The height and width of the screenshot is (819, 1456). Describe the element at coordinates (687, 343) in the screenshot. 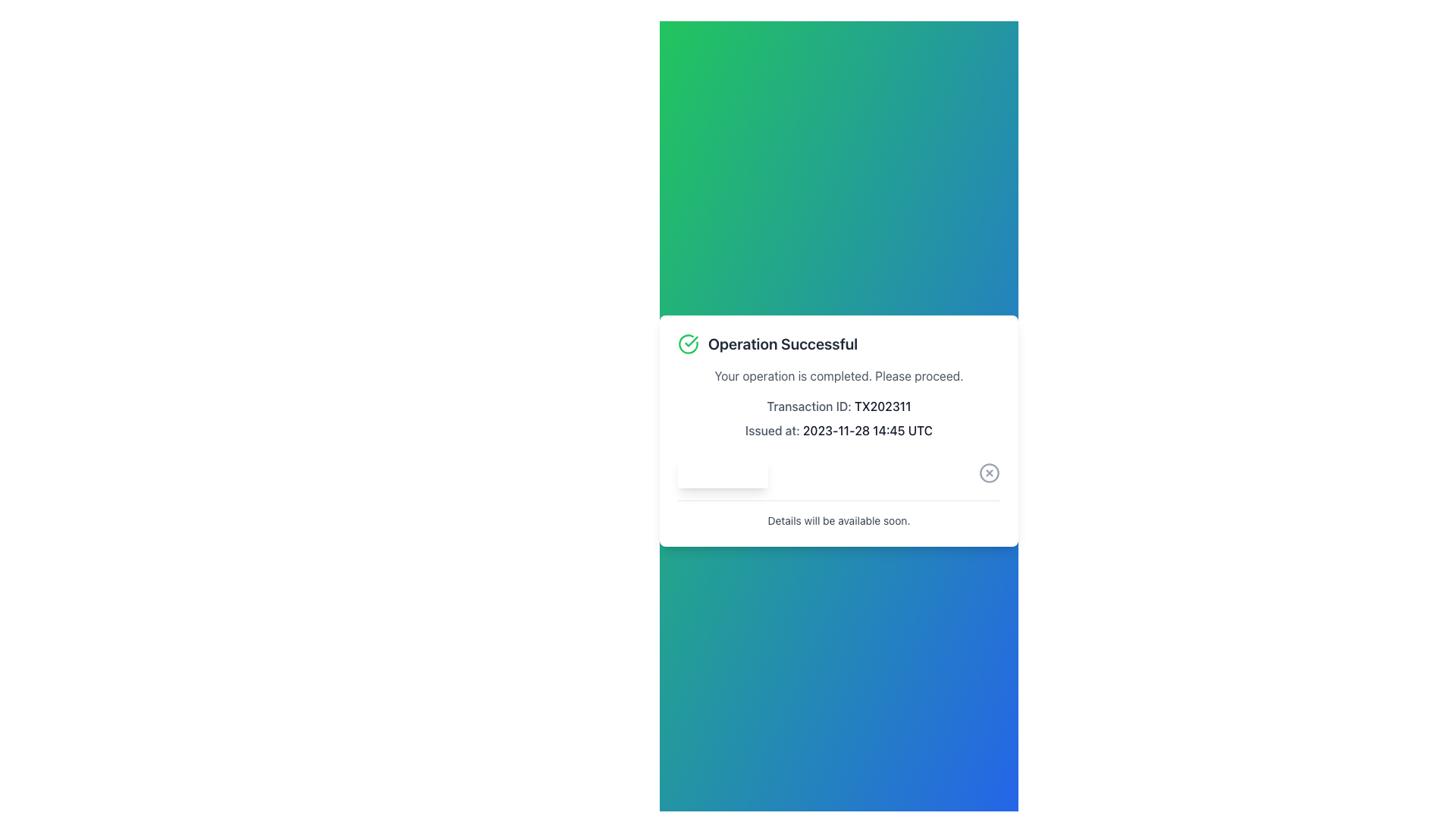

I see `properties of the upper part of the circular segment within the SVG confirmation popup indicating 'Operation Successful.'` at that location.